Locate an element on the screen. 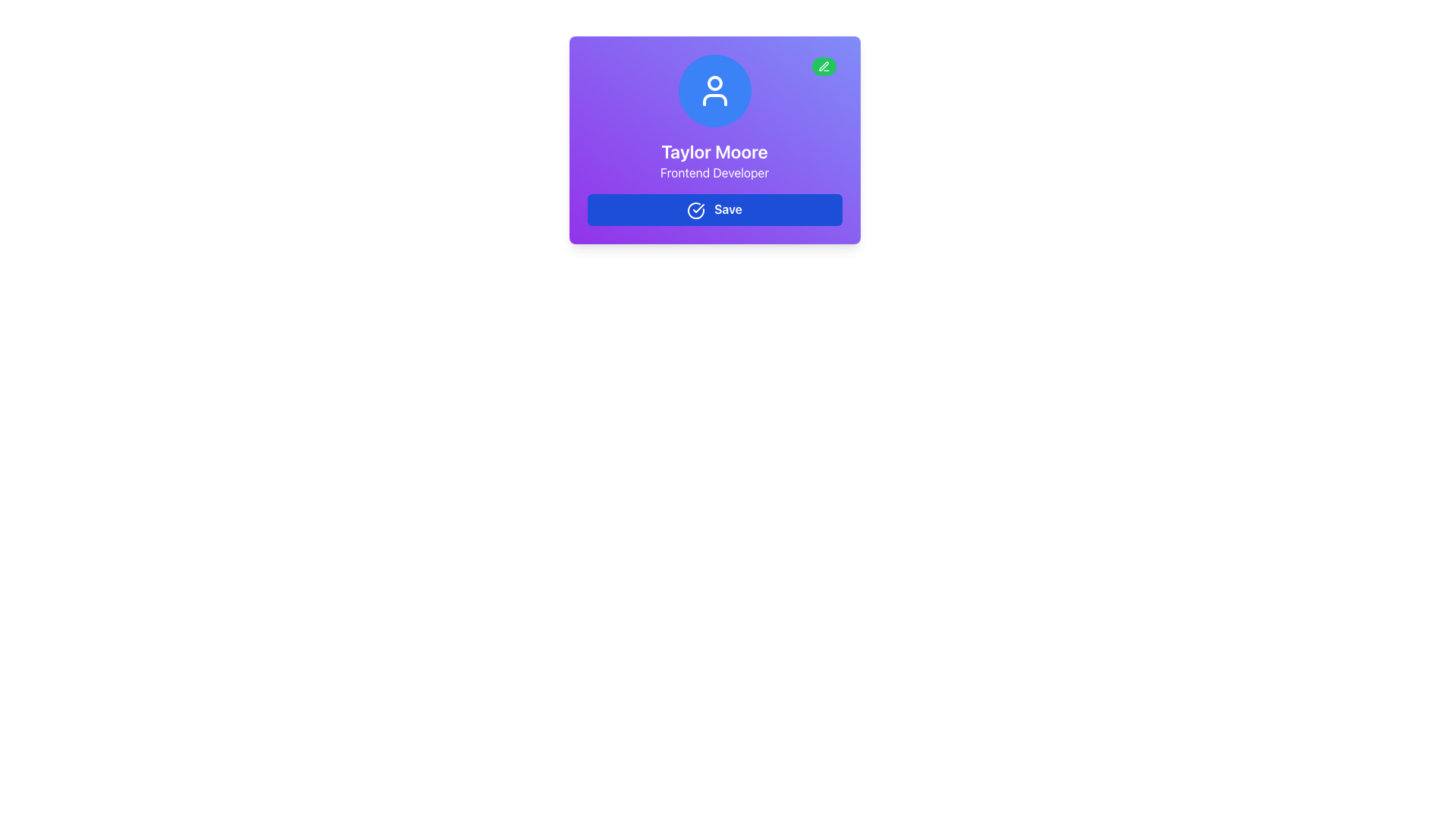 Image resolution: width=1456 pixels, height=819 pixels. the text label indicating the name of a user or entity, which is centrally located within a card component above the 'Frontend Developer' text is located at coordinates (714, 152).